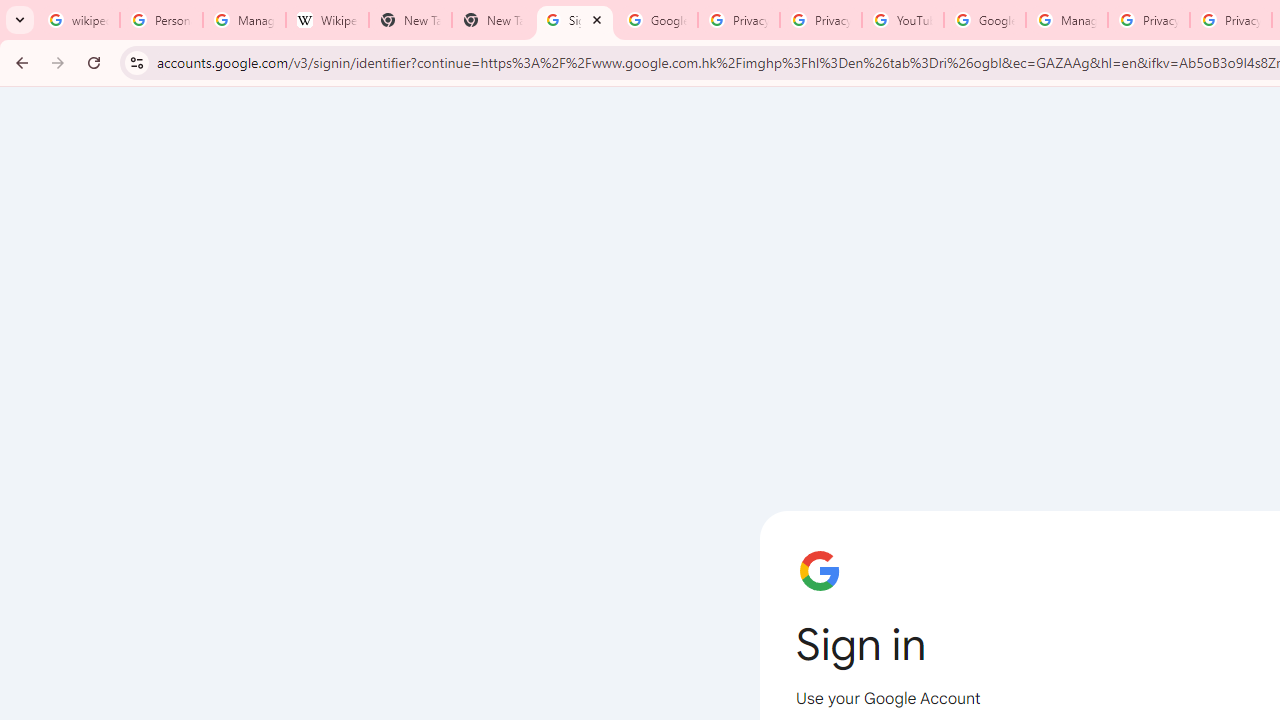  What do you see at coordinates (984, 20) in the screenshot?
I see `'Google Account Help'` at bounding box center [984, 20].